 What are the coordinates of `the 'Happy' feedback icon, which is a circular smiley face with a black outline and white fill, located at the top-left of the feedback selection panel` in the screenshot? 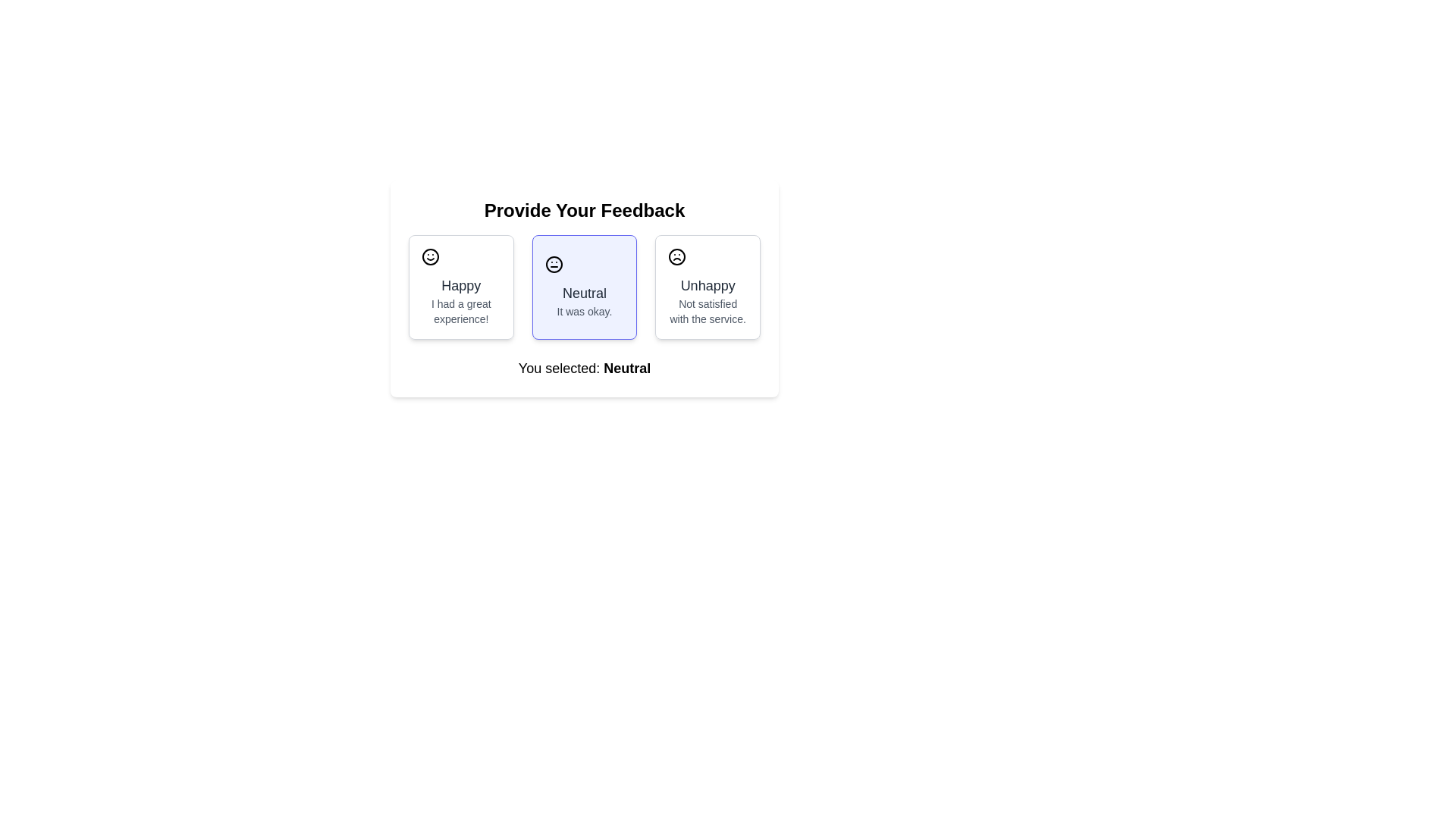 It's located at (429, 256).